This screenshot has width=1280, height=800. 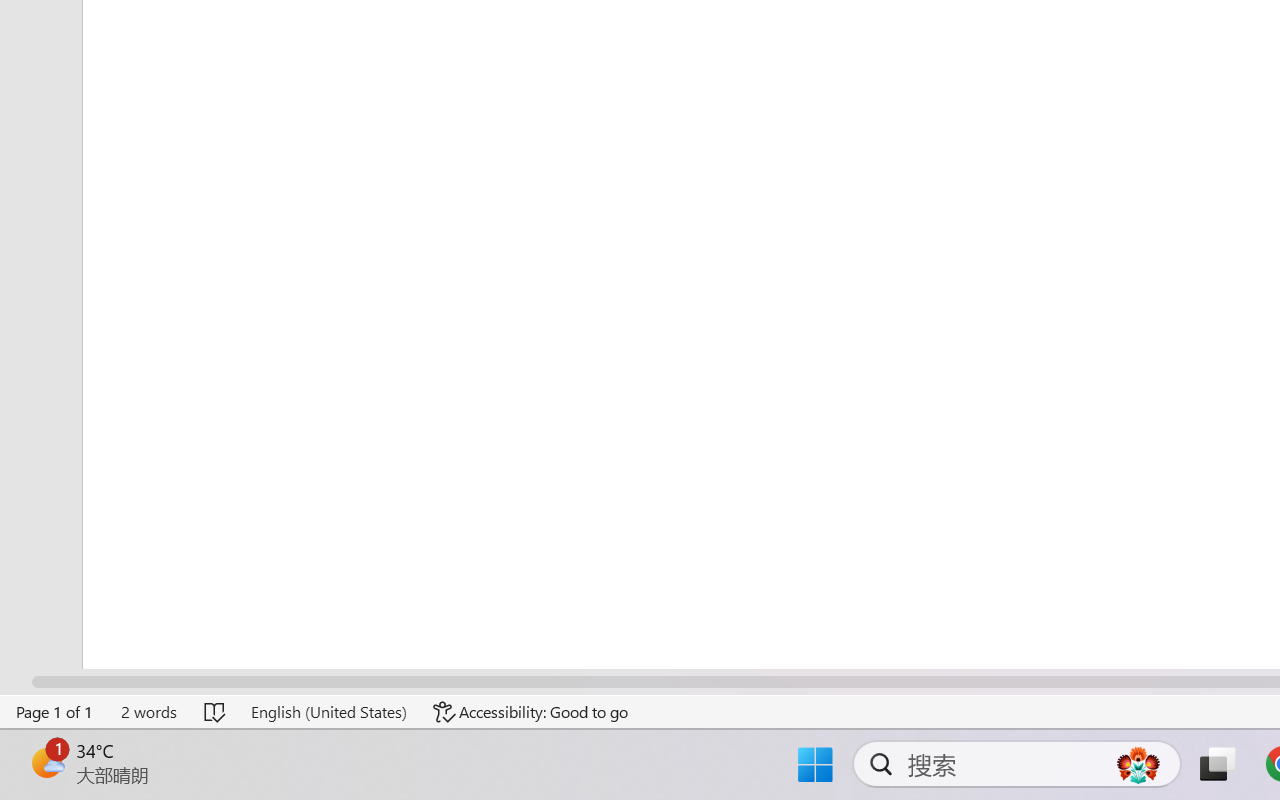 What do you see at coordinates (46, 762) in the screenshot?
I see `'AutomationID: BadgeAnchorLargeTicker'` at bounding box center [46, 762].